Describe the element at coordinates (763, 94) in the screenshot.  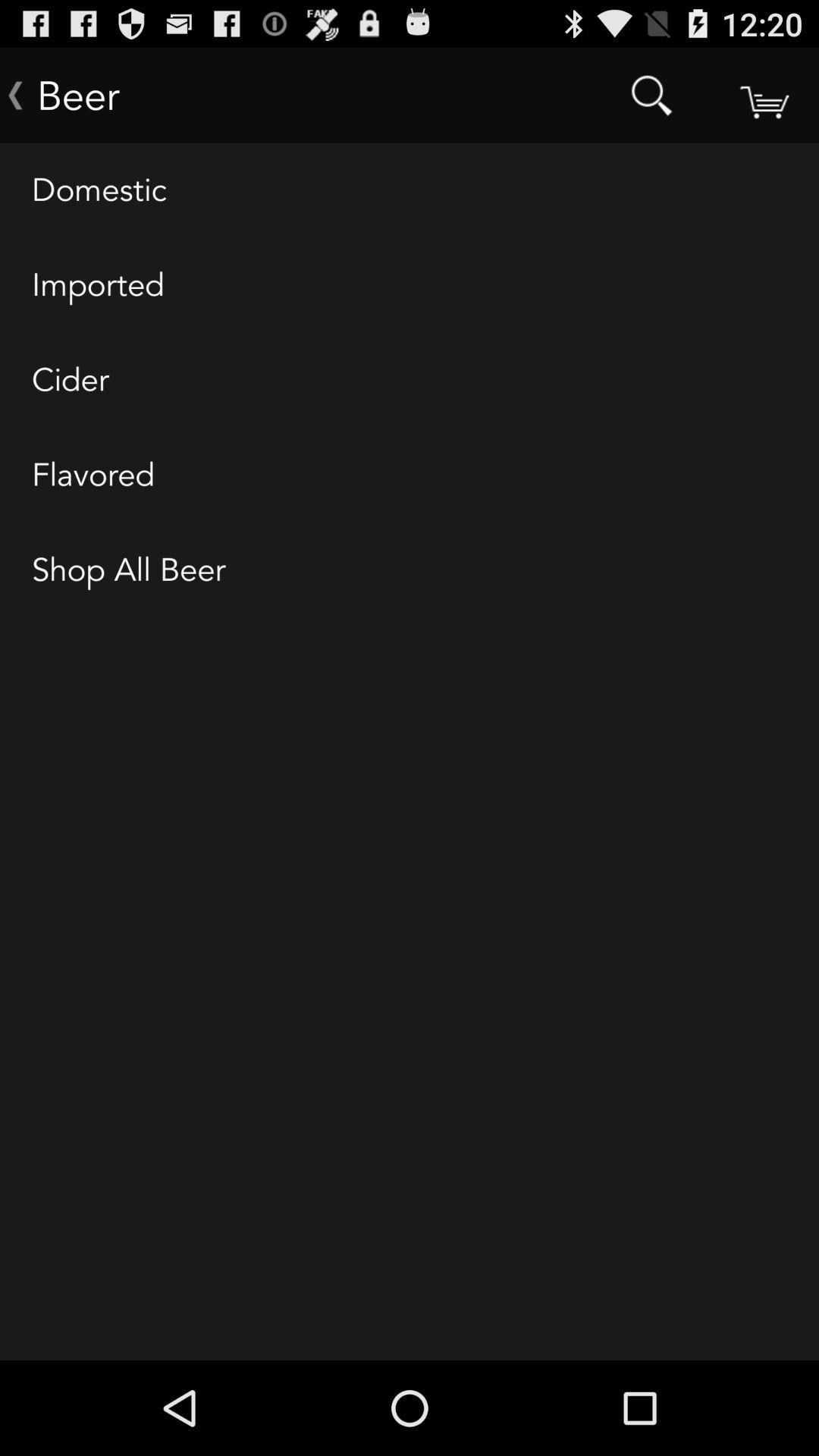
I see `shopping cart` at that location.